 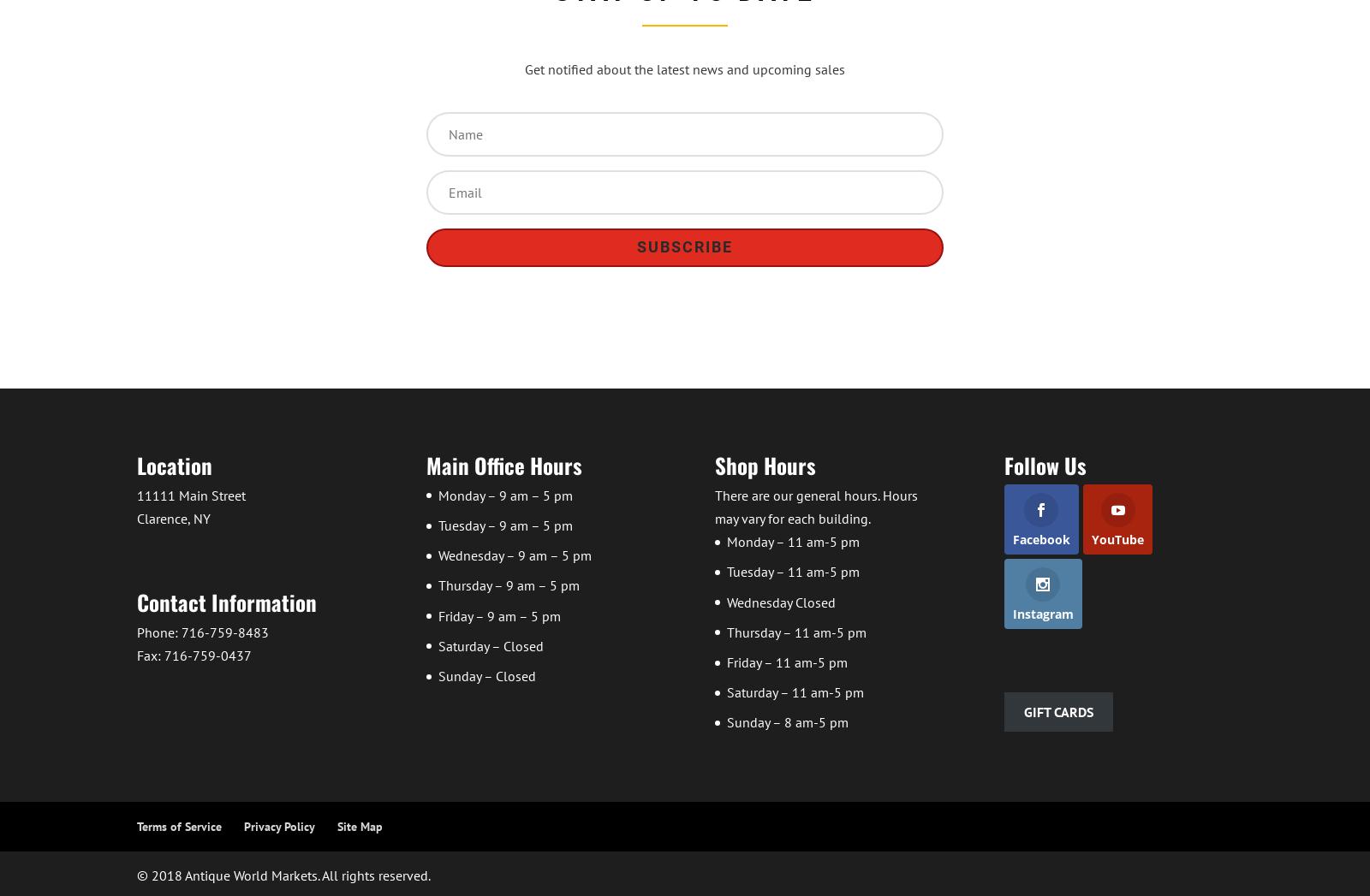 What do you see at coordinates (503, 524) in the screenshot?
I see `'Tuesday – 9 am – 5 pm'` at bounding box center [503, 524].